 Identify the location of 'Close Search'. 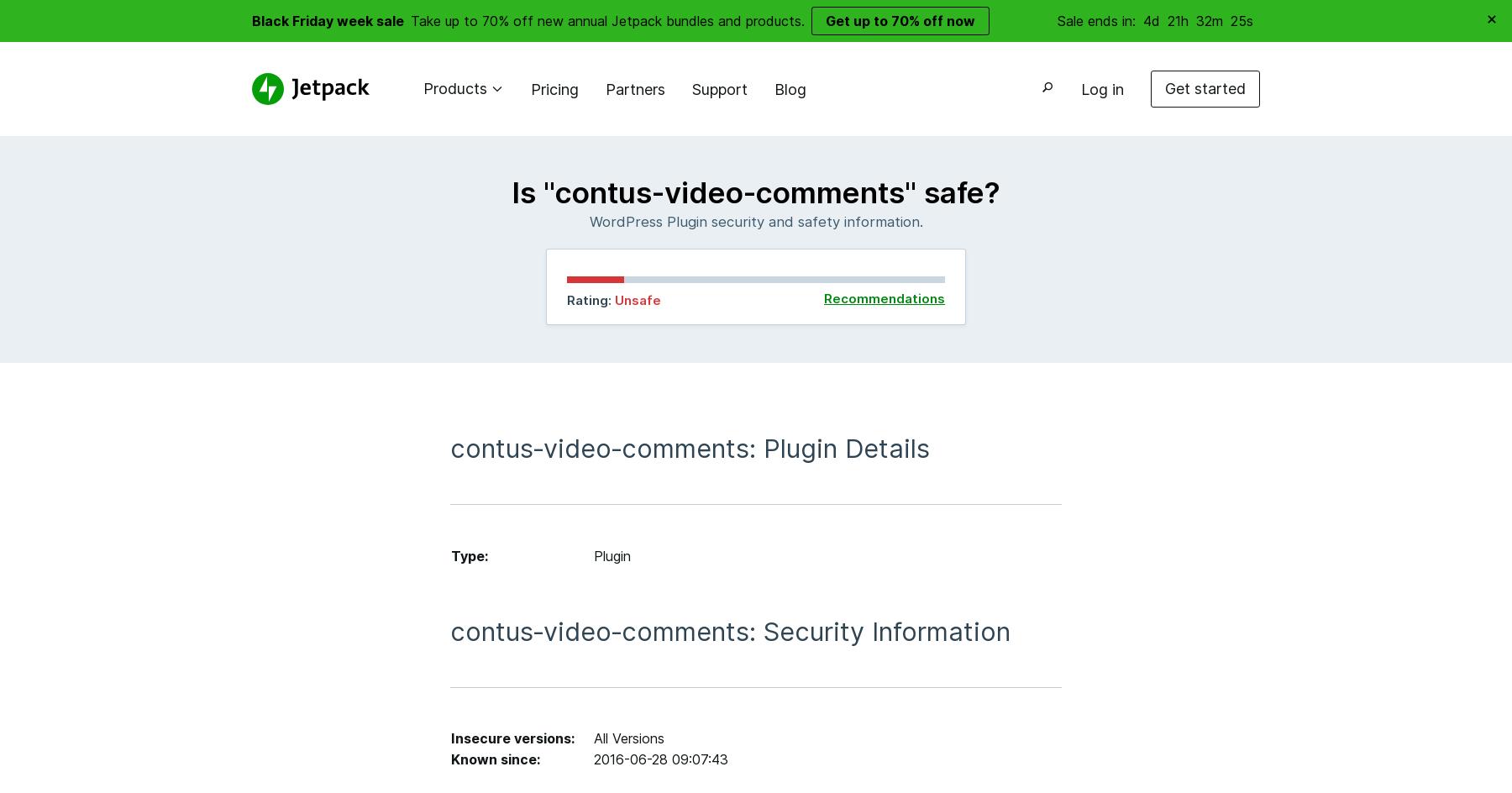
(1427, 747).